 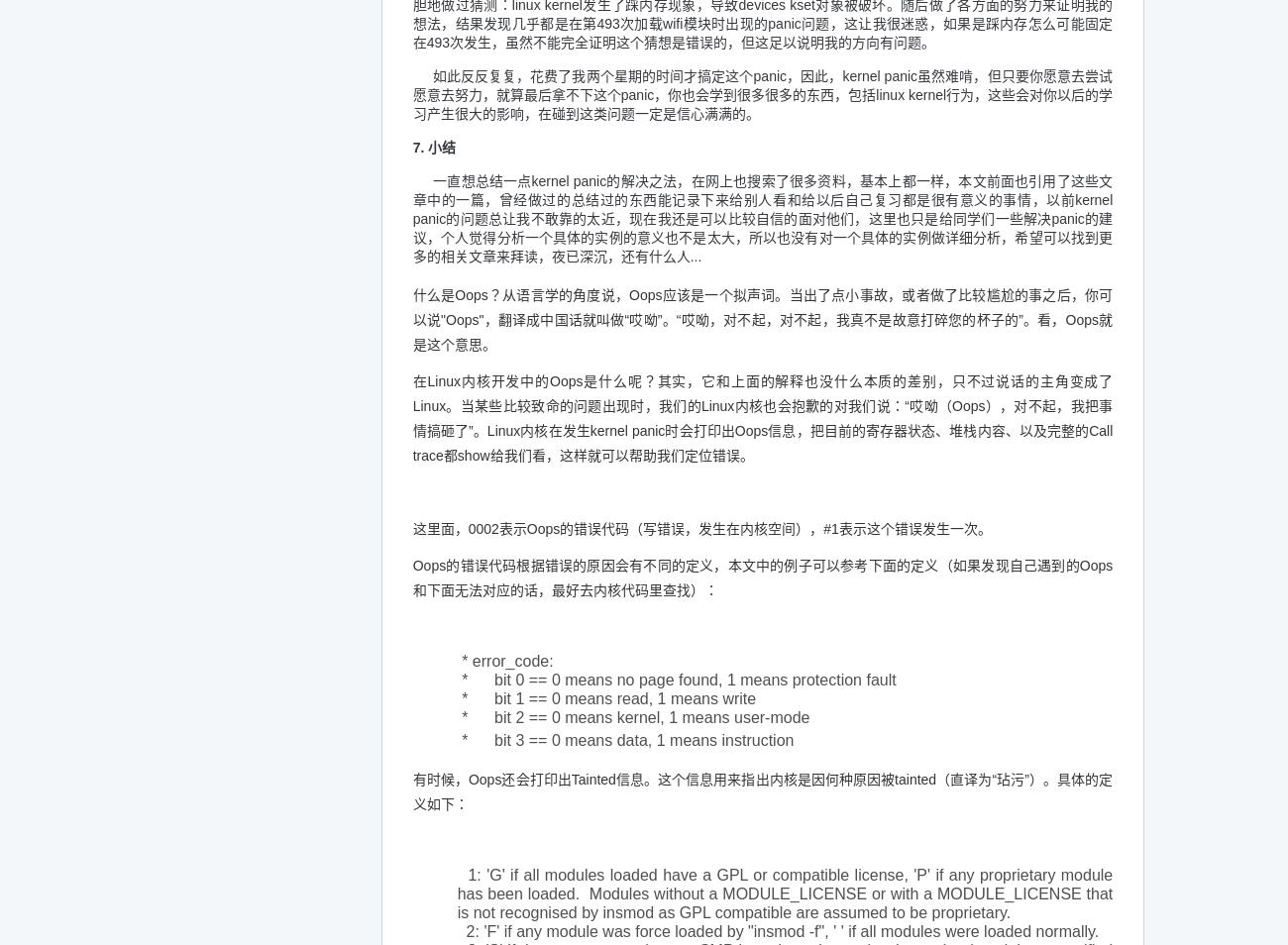 What do you see at coordinates (761, 93) in the screenshot?
I see `'如此反反复复，花费了我两个星期的时间才搞定这个panic，因此，kernel panic虽然难啃，但只要你愿意去尝试愿意去努力，就算最后拿不下这个panic，你也会学到很多很多的东西，包括linux kernel行为，这些会对你以后的学习产生很大的影响，在碰到这类问题一定是信心满满的。'` at bounding box center [761, 93].